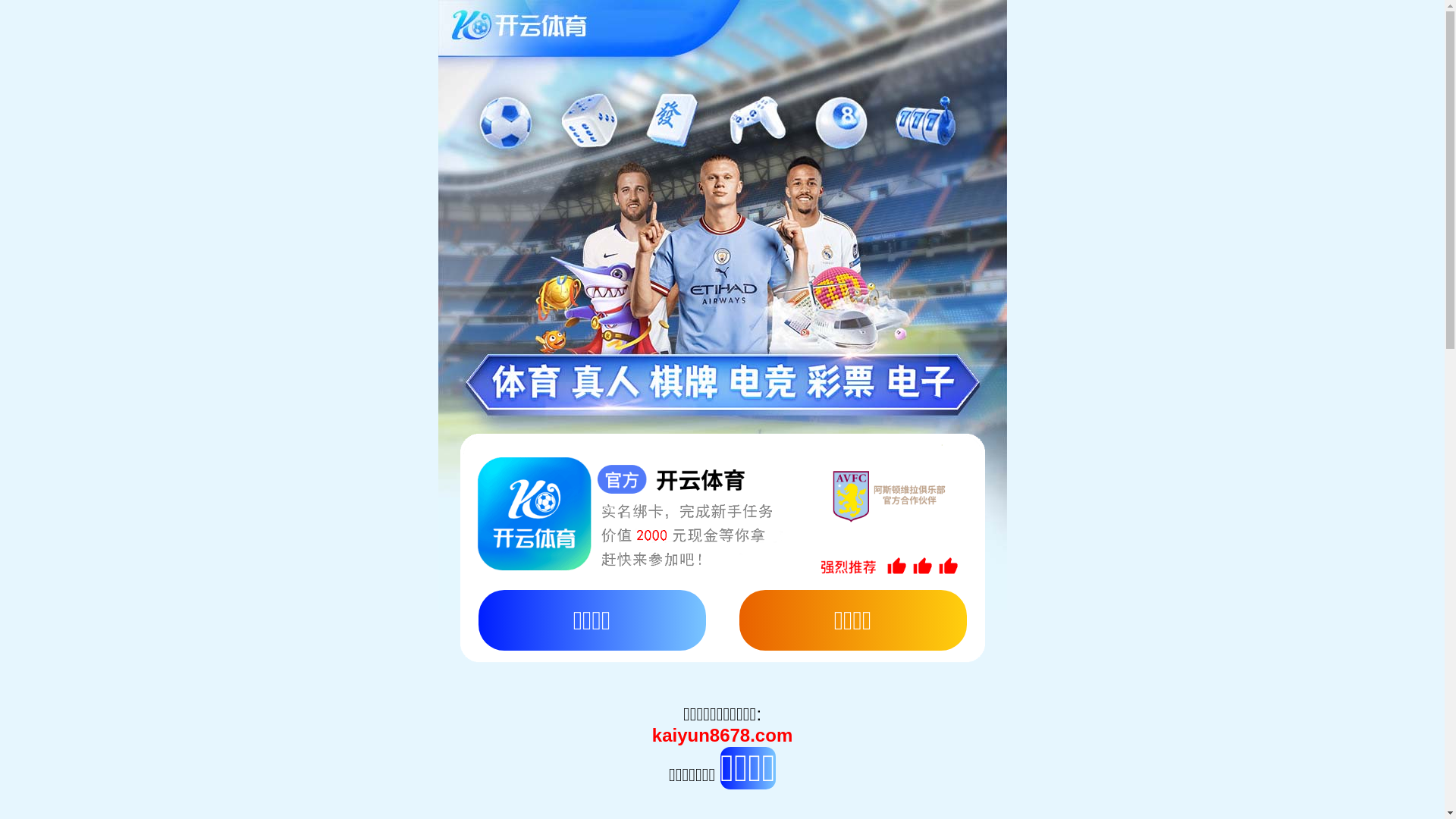 This screenshot has width=1456, height=819. I want to click on 'ENGLISH', so click(300, 26).